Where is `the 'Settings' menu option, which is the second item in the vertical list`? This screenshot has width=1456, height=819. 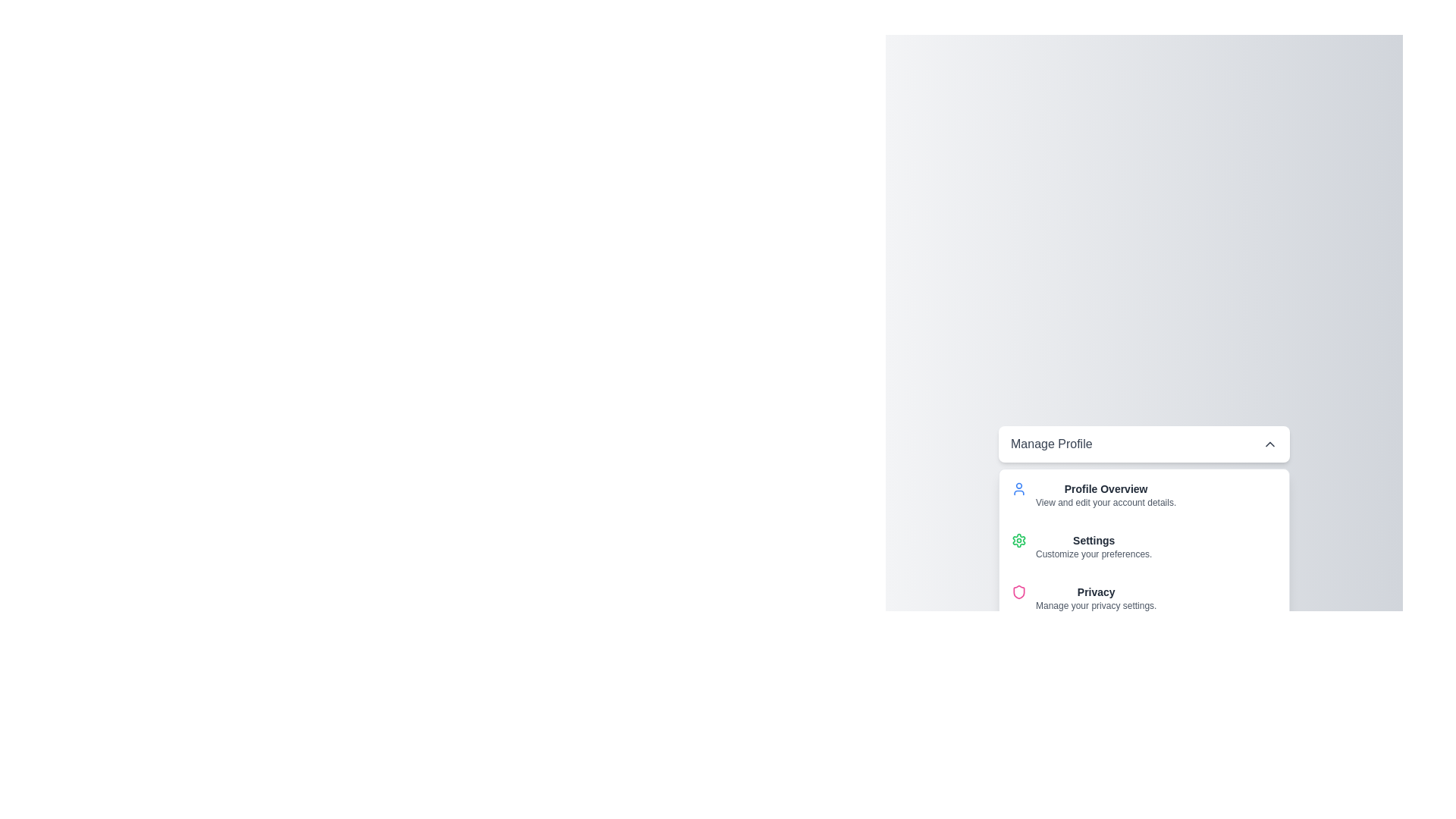 the 'Settings' menu option, which is the second item in the vertical list is located at coordinates (1144, 547).